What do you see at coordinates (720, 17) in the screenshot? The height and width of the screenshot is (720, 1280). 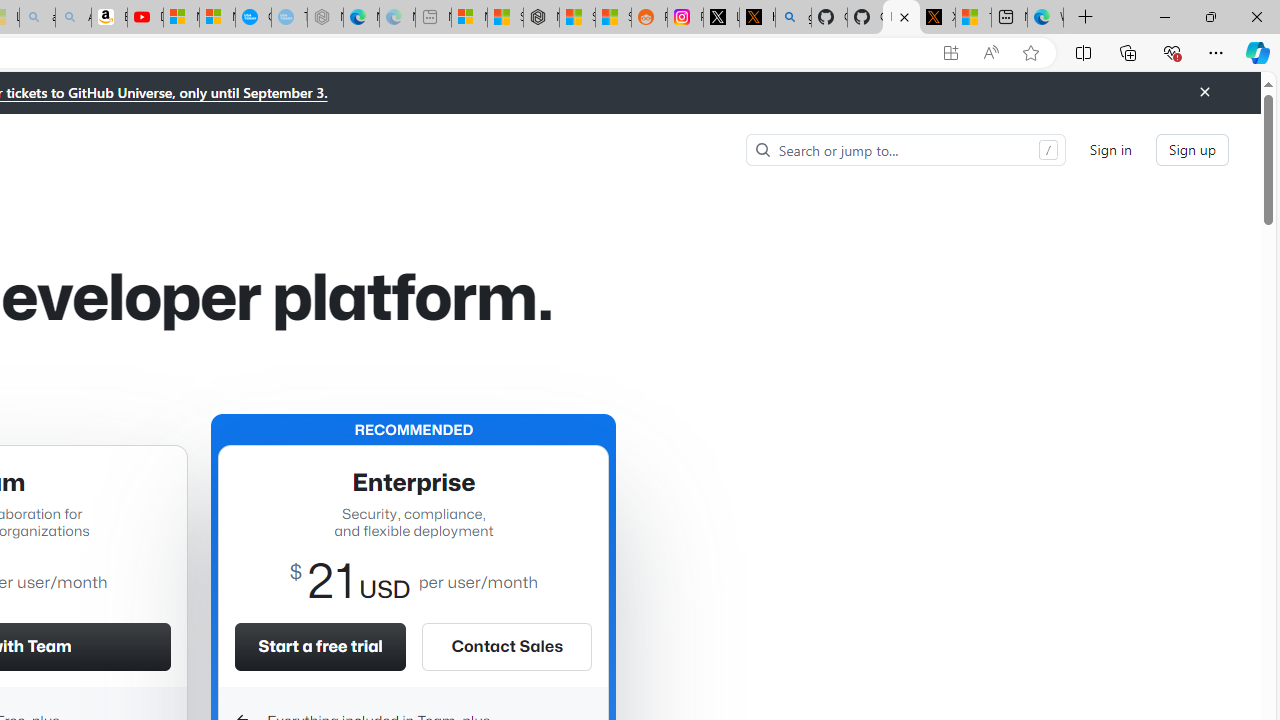 I see `'Log in to X / X'` at bounding box center [720, 17].